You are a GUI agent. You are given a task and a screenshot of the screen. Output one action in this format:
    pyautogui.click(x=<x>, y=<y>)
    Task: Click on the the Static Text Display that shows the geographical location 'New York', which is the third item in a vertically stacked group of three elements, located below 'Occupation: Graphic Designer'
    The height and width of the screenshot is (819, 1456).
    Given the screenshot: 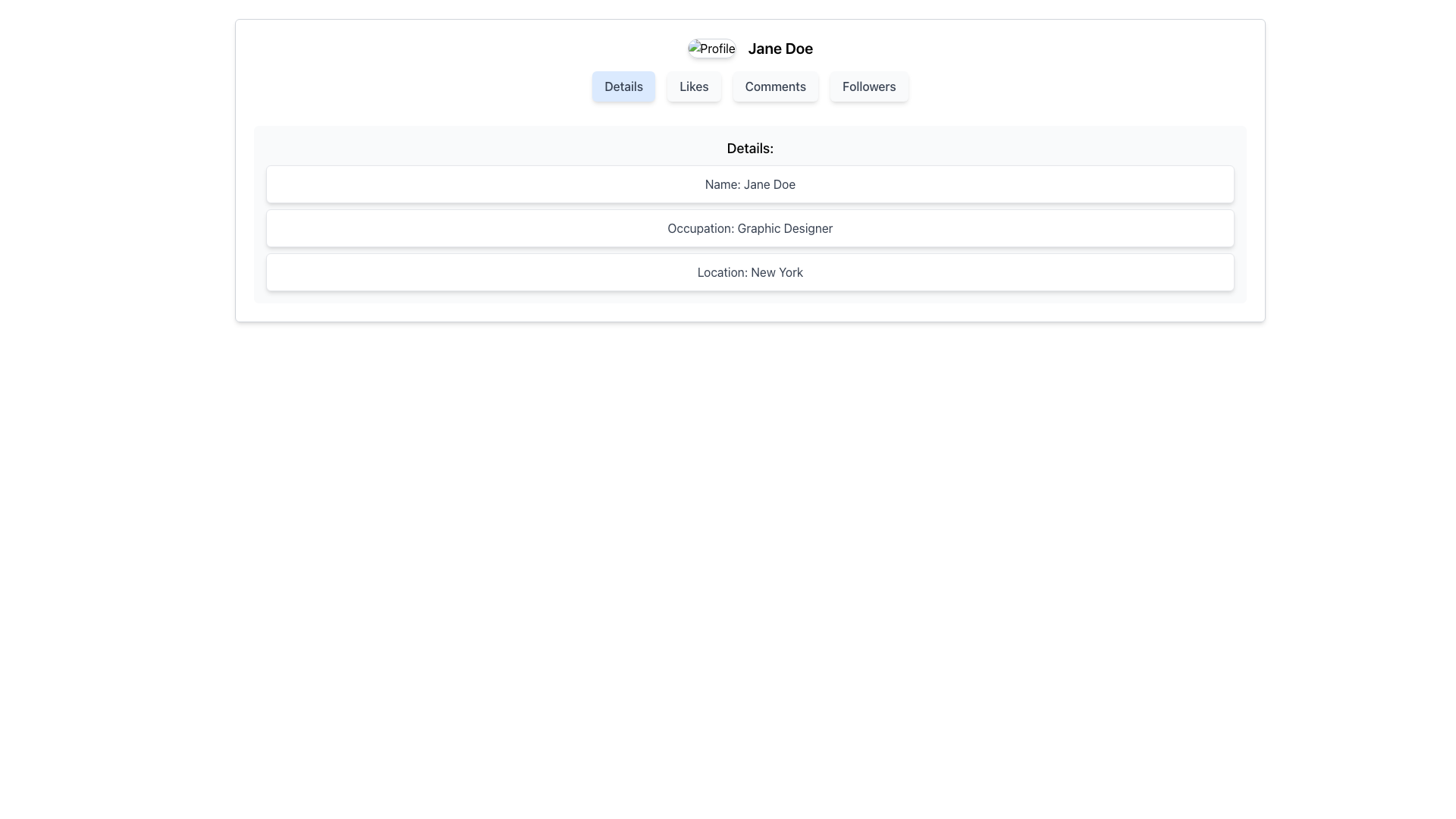 What is the action you would take?
    pyautogui.click(x=750, y=271)
    